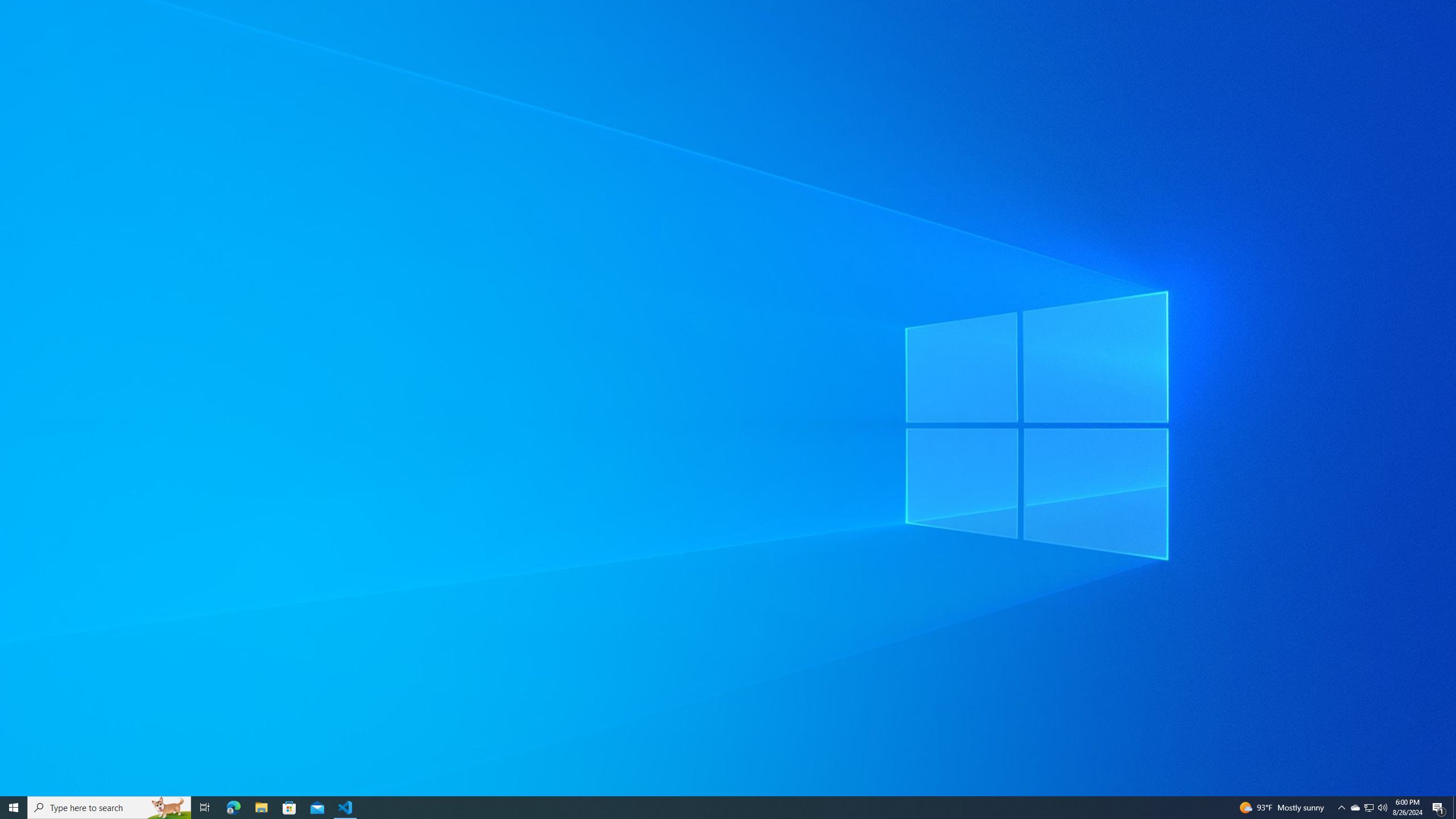 Image resolution: width=1456 pixels, height=819 pixels. Describe the element at coordinates (1342, 806) in the screenshot. I see `'Notification Chevron'` at that location.